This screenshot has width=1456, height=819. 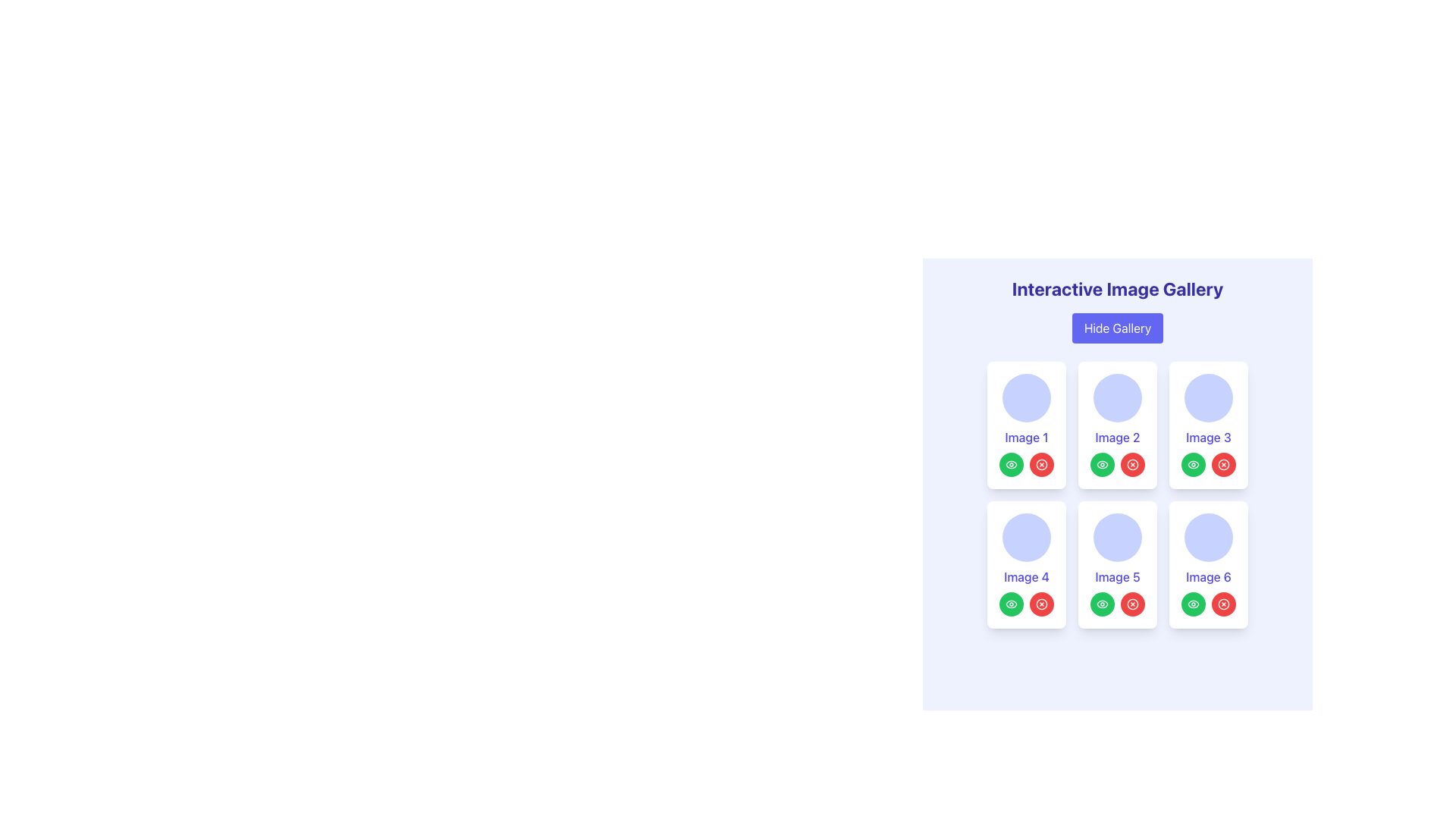 I want to click on the red circular button with a white cross icon located at the bottom right of the card labeled 'Image 5' to initiate a delete action, so click(x=1132, y=604).